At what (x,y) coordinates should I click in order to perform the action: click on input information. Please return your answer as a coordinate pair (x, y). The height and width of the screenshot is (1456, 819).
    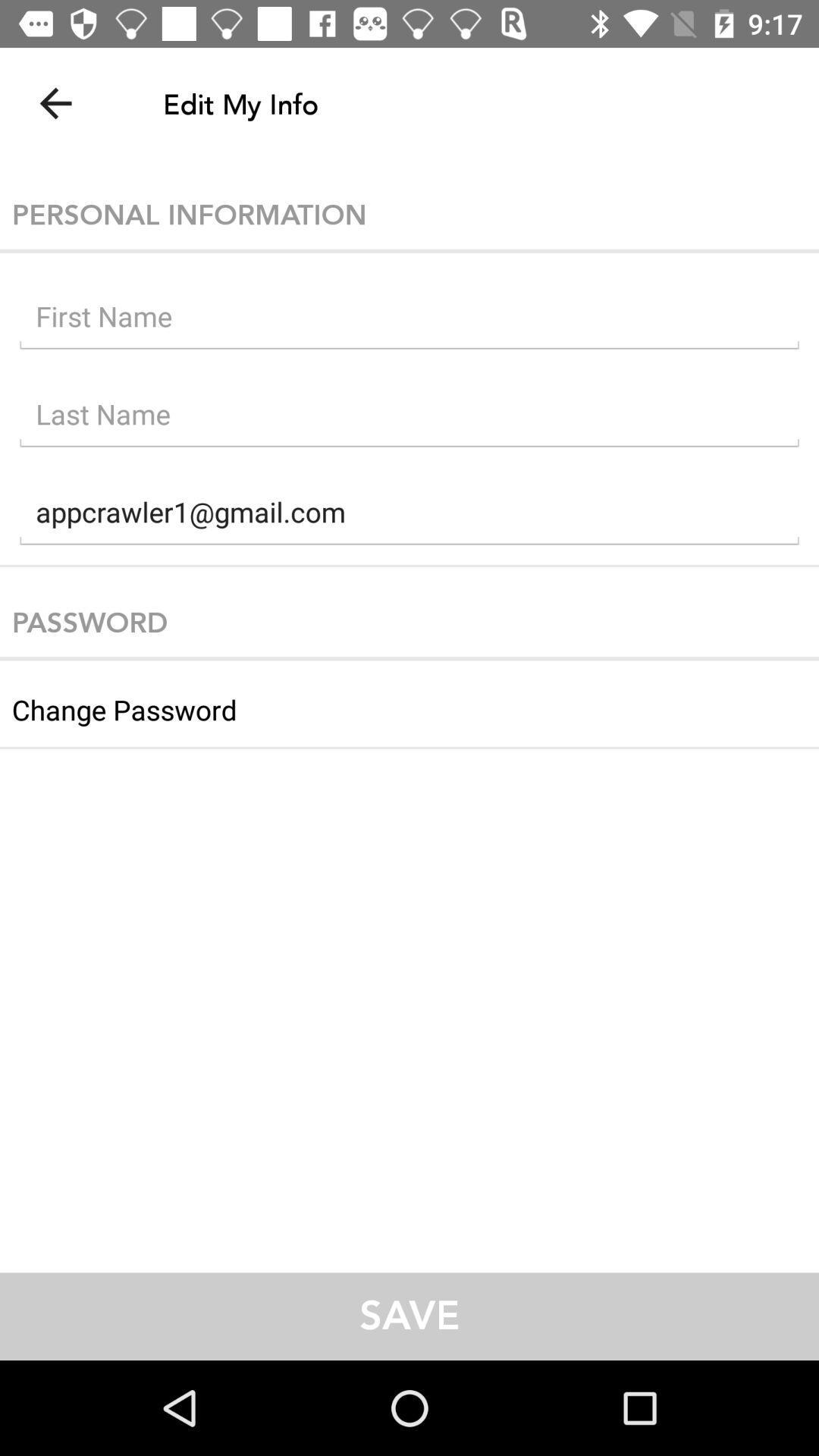
    Looking at the image, I should click on (409, 319).